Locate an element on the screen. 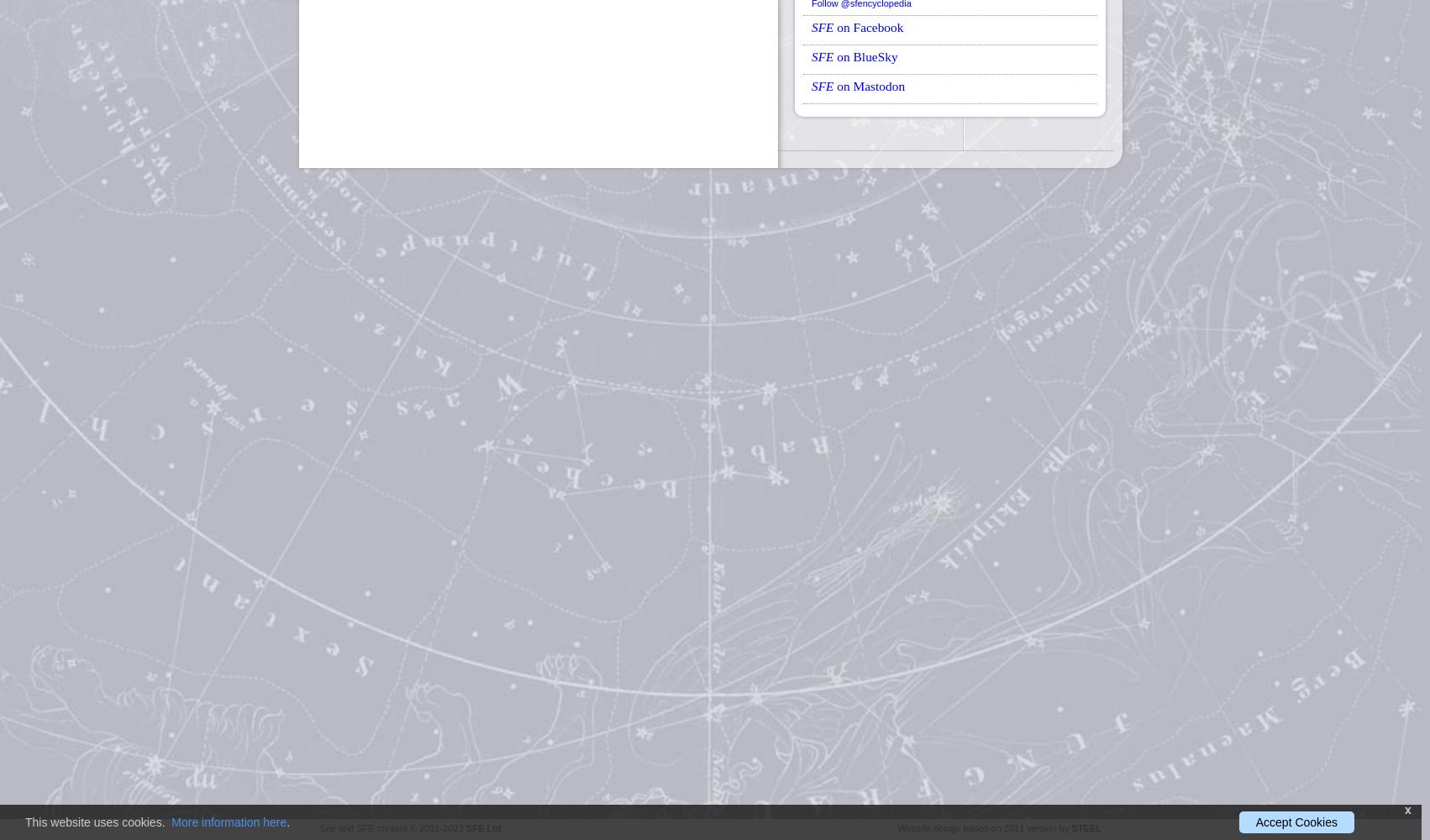 The height and width of the screenshot is (840, 1430). 'on Facebook' is located at coordinates (867, 26).